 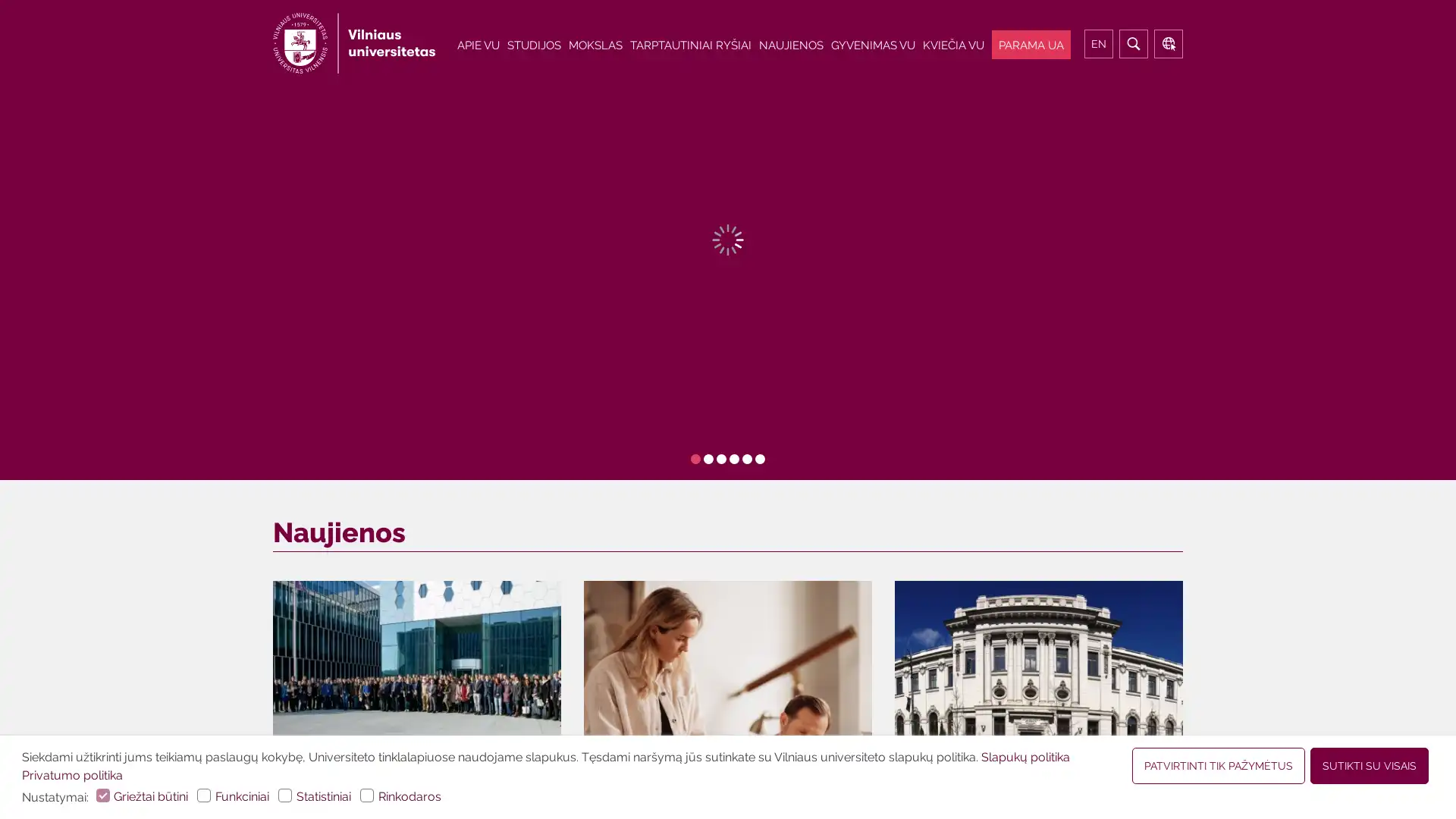 I want to click on cookie policy, so click(x=1026, y=757).